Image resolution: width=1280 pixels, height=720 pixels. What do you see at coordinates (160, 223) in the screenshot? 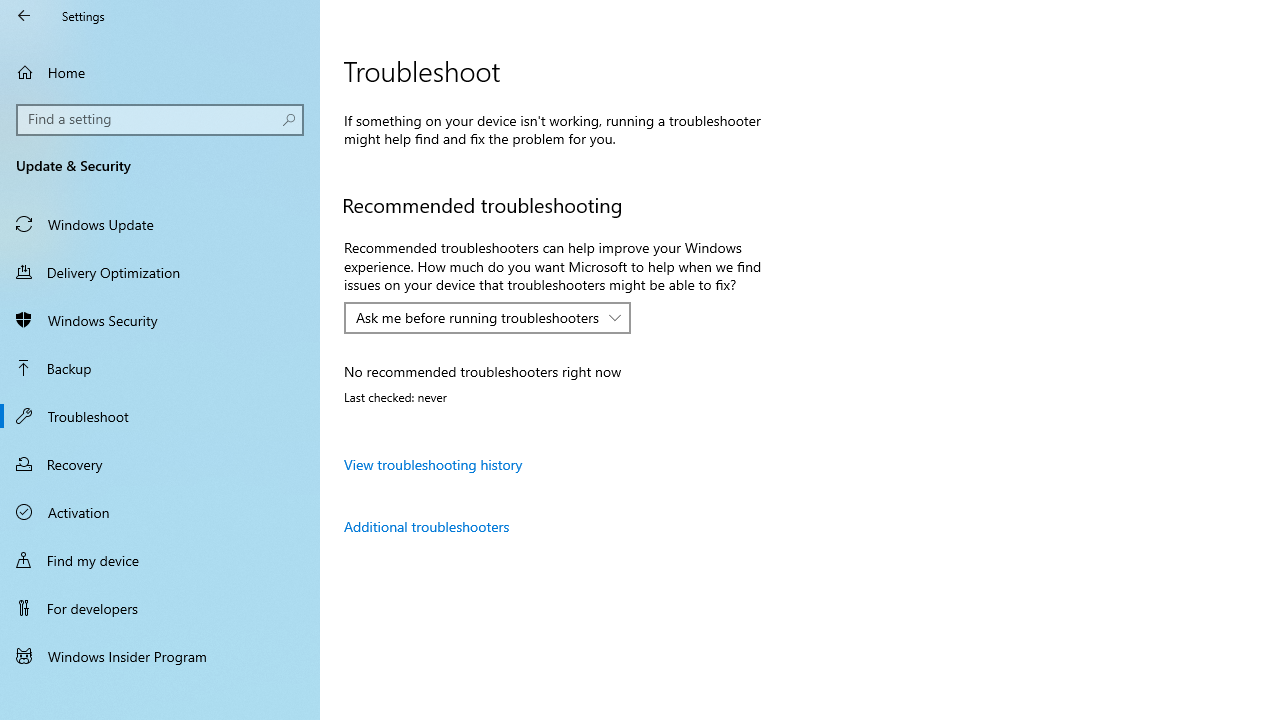
I see `'Windows Update'` at bounding box center [160, 223].